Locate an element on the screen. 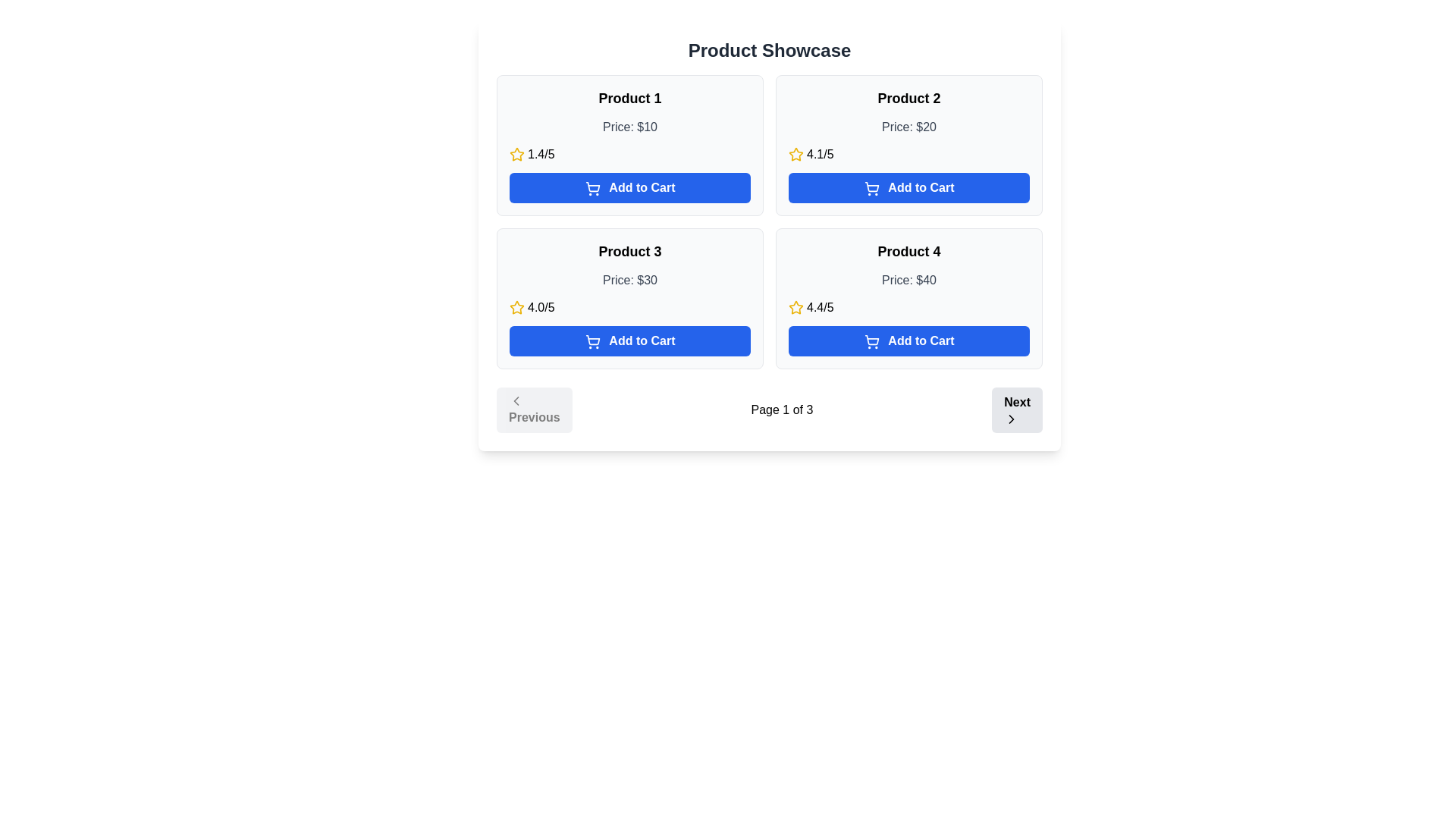  the blue shopping cart icon outline, which is part of the 'Add to Cart' button for 'Product 2' is located at coordinates (871, 186).